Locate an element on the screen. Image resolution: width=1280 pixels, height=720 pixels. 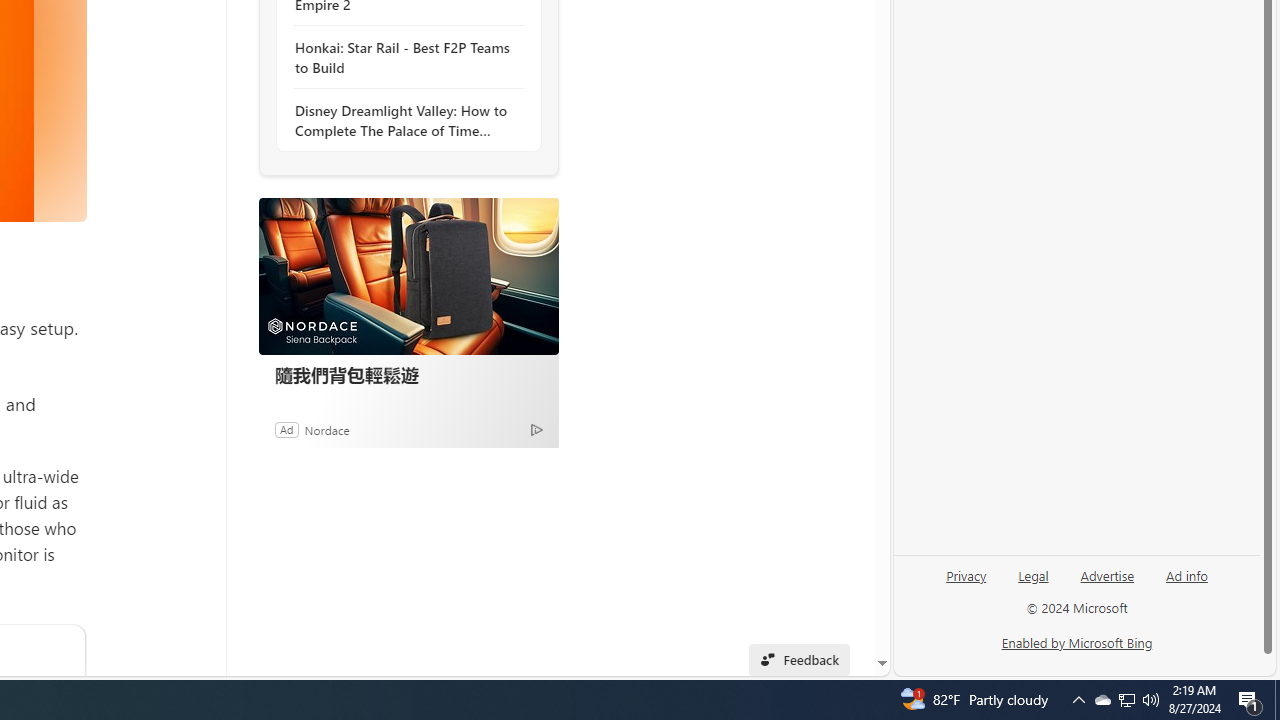
'Ad info' is located at coordinates (1186, 583).